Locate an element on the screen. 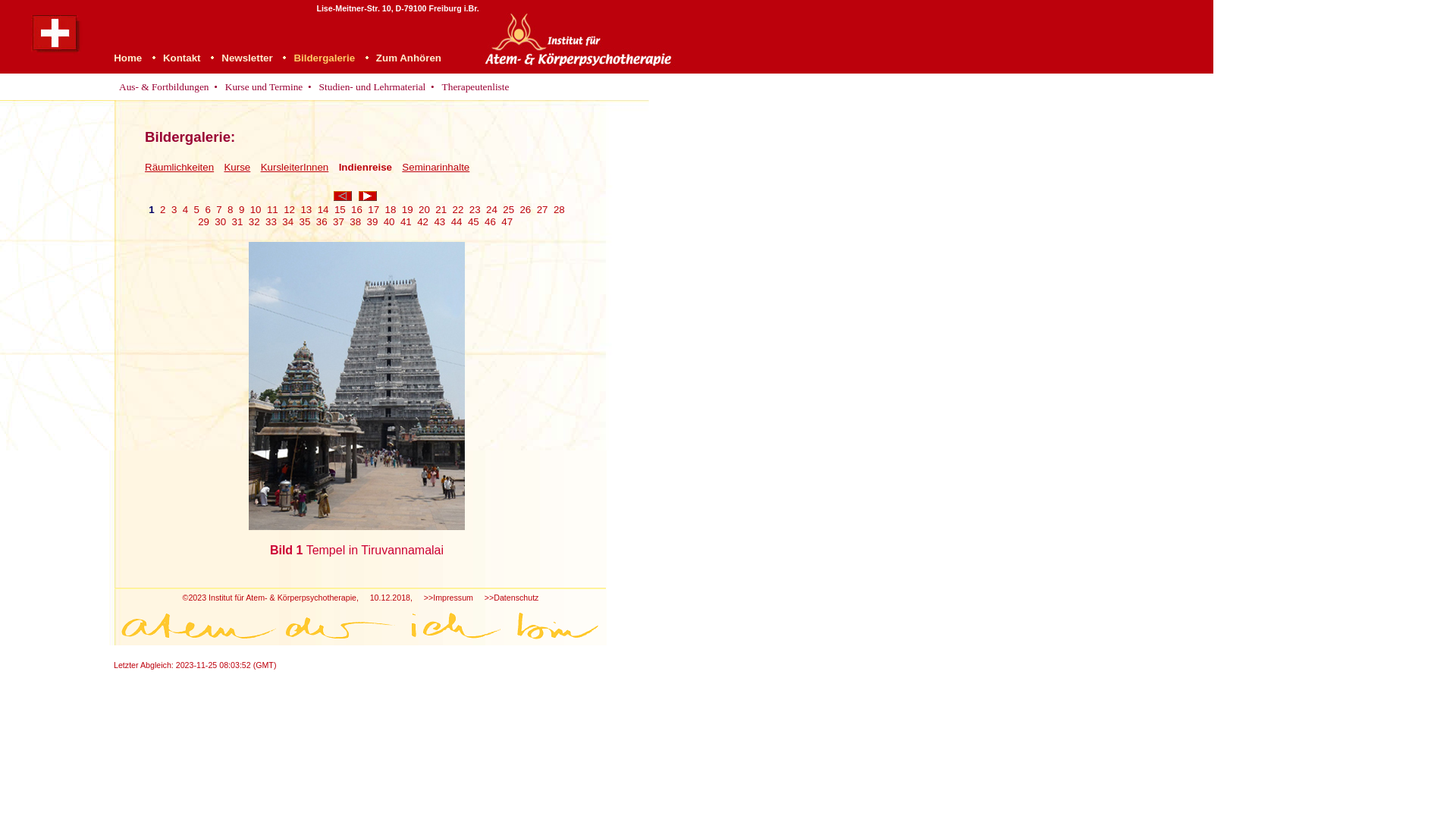  '33' is located at coordinates (271, 221).